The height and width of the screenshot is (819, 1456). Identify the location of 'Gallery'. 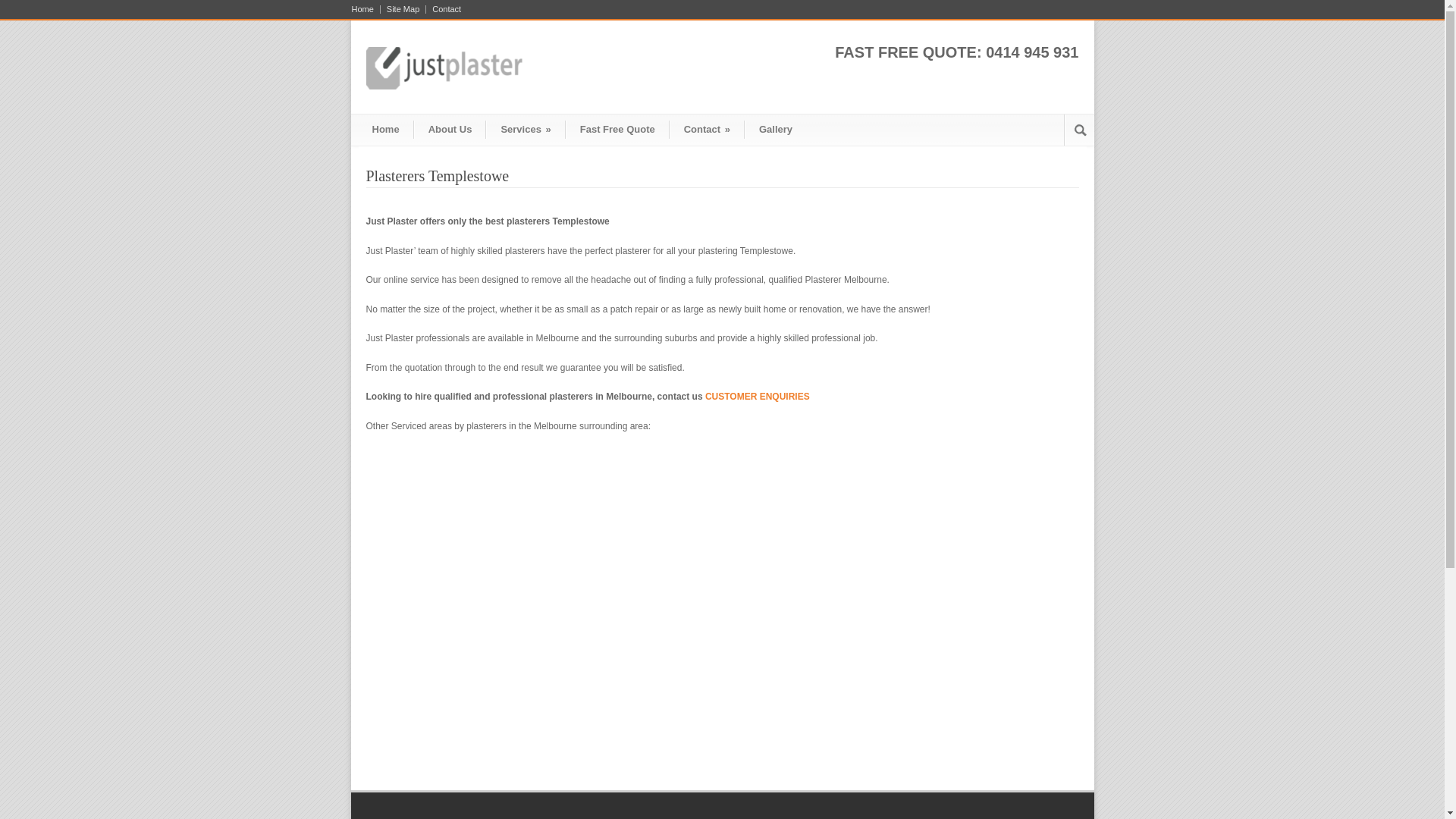
(775, 127).